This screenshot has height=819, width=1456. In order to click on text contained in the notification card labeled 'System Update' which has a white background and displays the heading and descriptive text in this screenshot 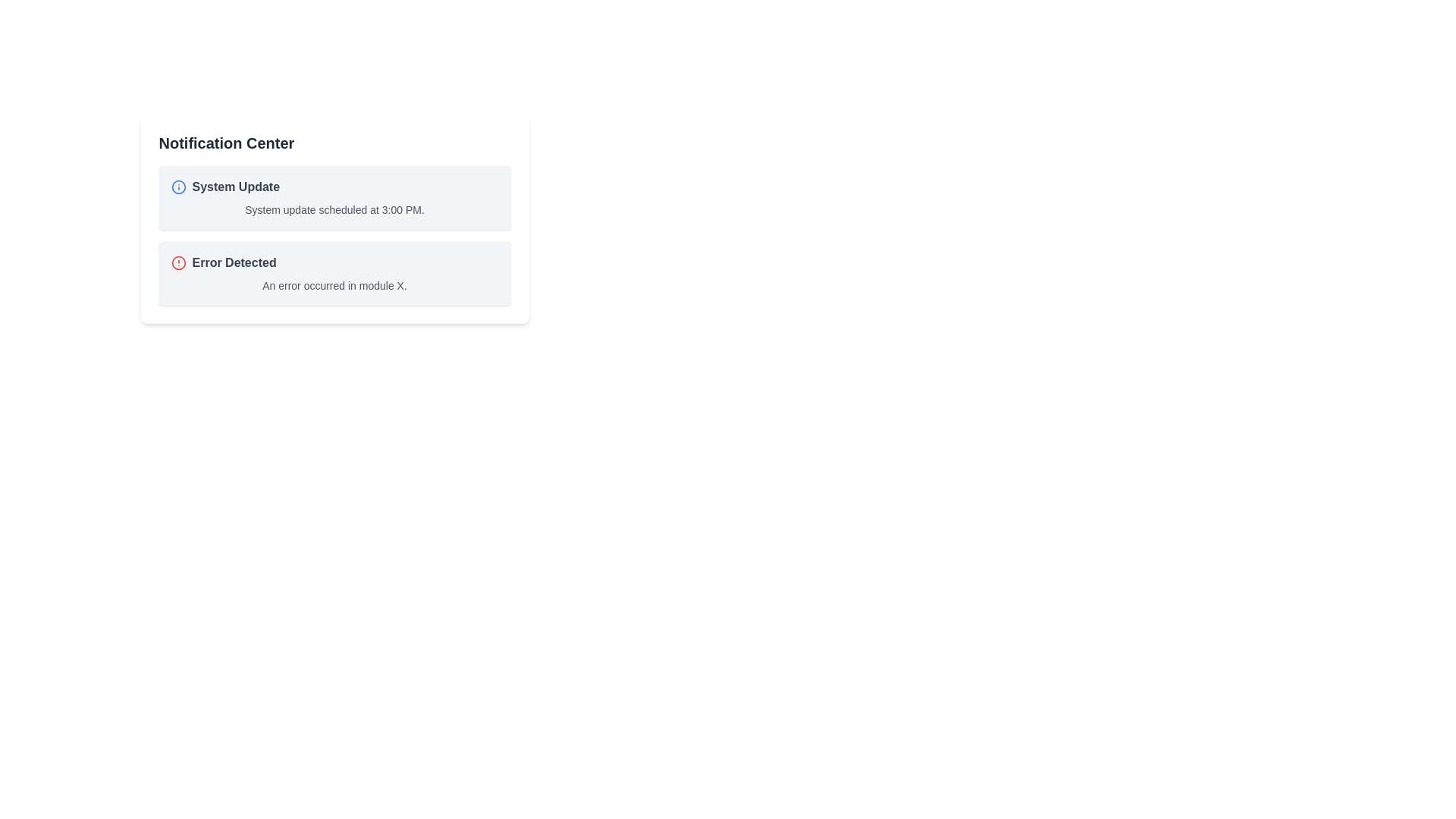, I will do `click(334, 219)`.